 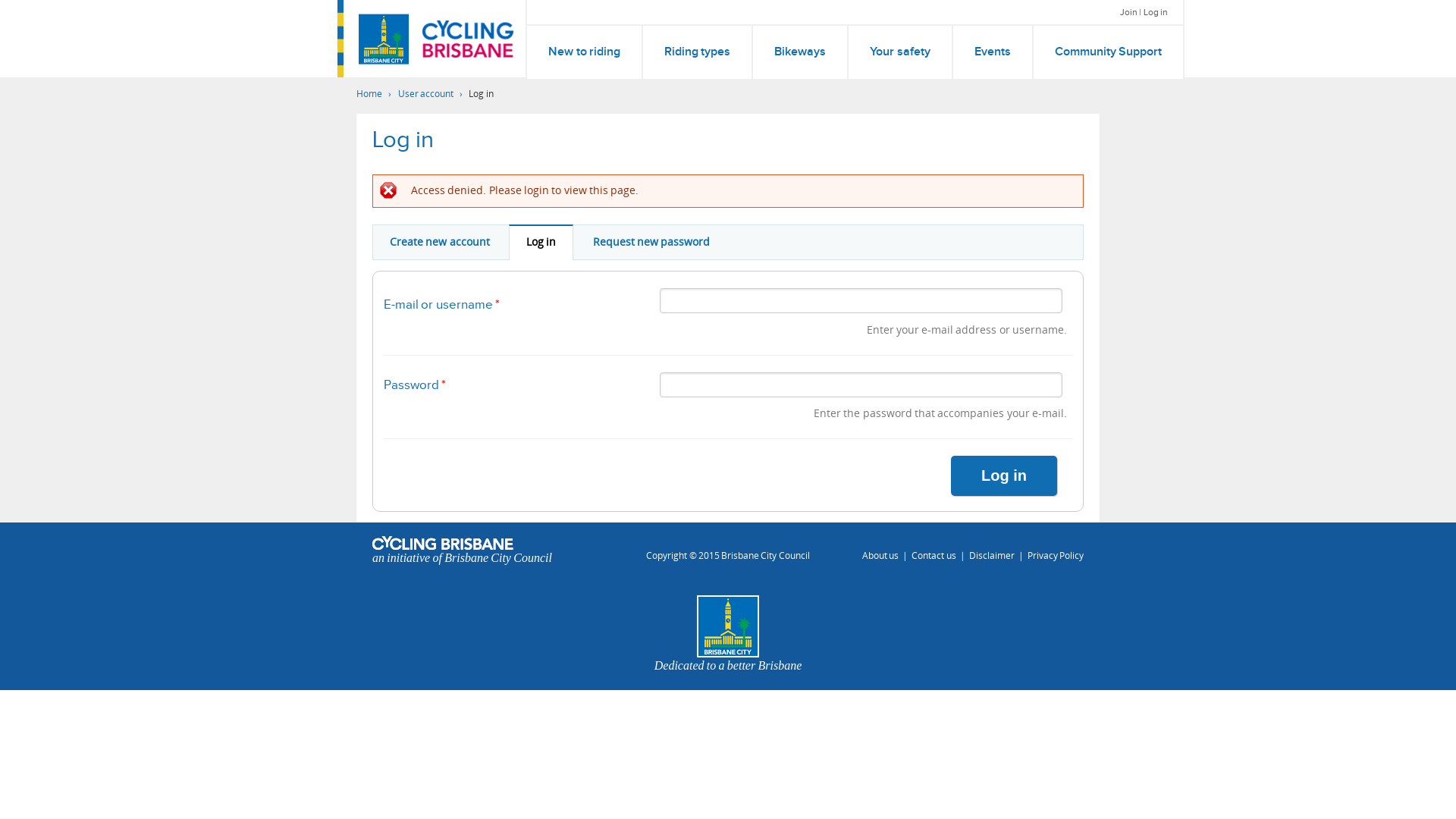 What do you see at coordinates (541, 241) in the screenshot?
I see `'Log in` at bounding box center [541, 241].